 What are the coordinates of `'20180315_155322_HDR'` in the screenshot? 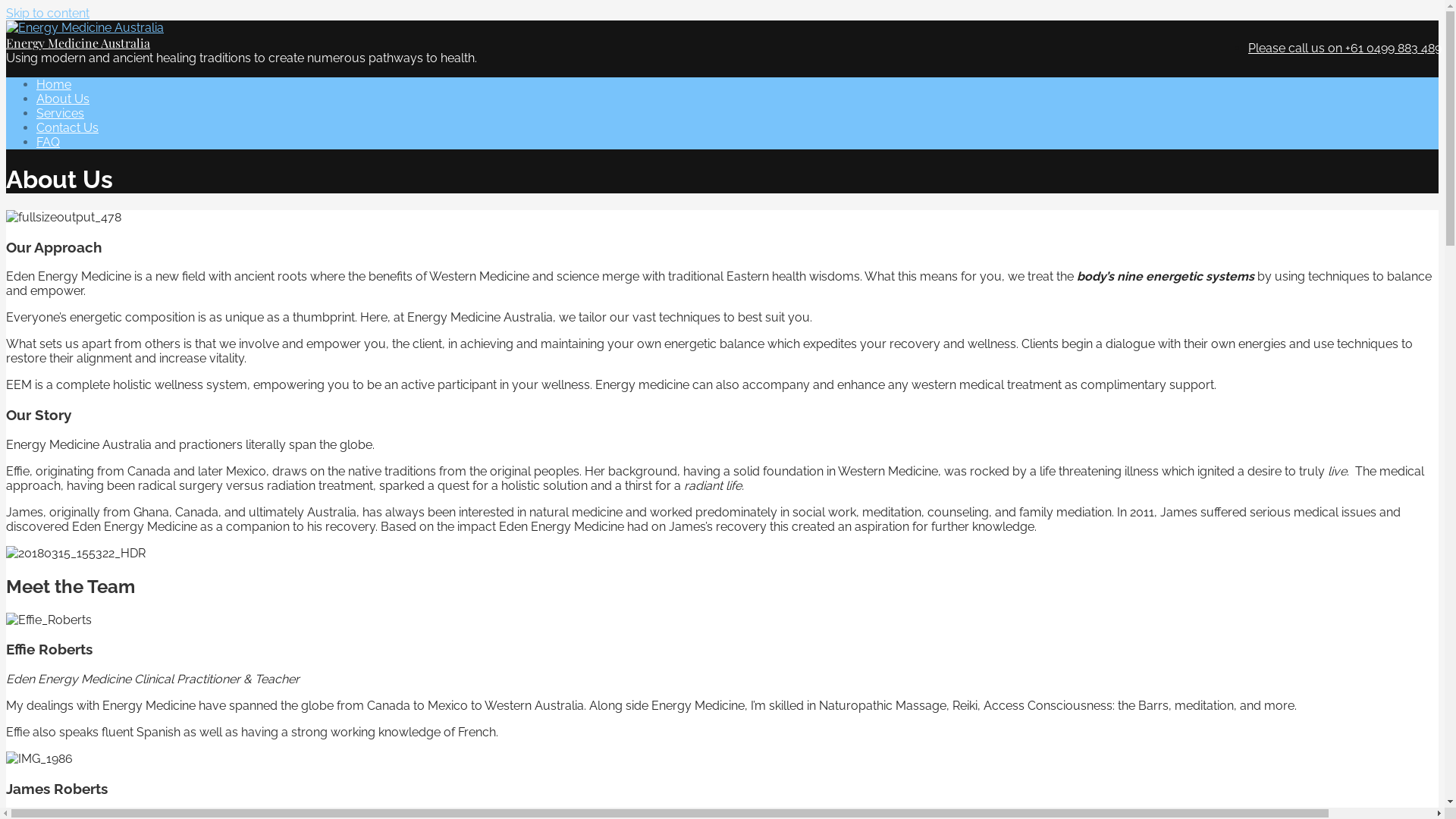 It's located at (75, 553).